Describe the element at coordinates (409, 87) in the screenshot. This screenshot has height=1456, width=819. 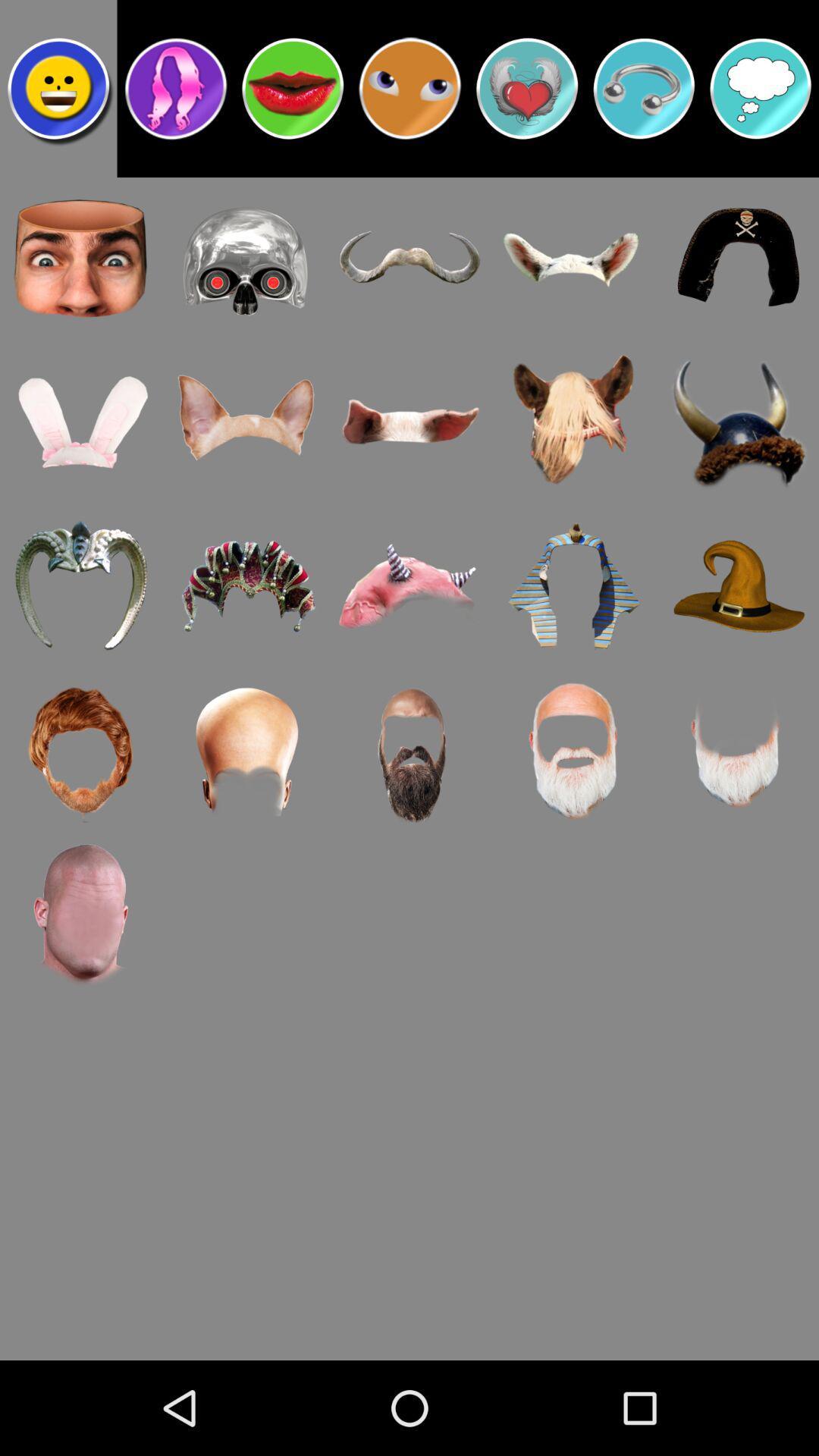
I see `put emoticon with two eyes` at that location.